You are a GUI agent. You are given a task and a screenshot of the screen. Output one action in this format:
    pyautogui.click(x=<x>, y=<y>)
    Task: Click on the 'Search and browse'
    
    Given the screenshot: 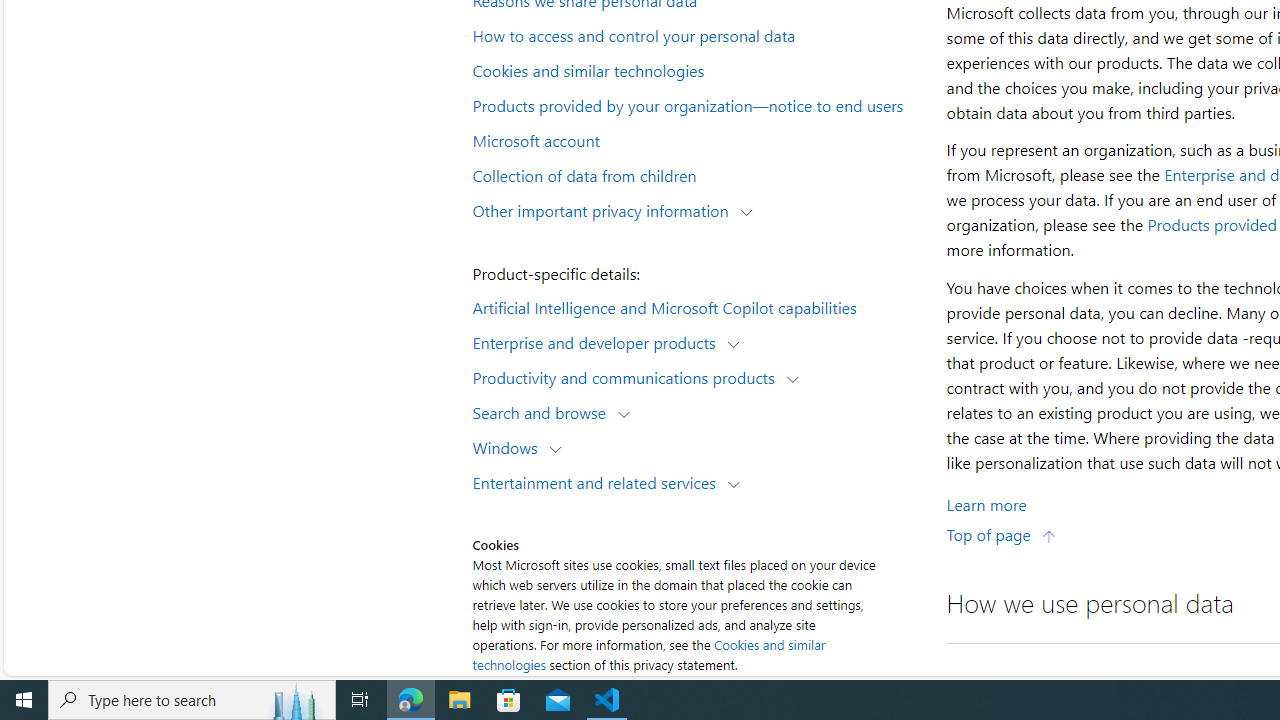 What is the action you would take?
    pyautogui.click(x=544, y=411)
    